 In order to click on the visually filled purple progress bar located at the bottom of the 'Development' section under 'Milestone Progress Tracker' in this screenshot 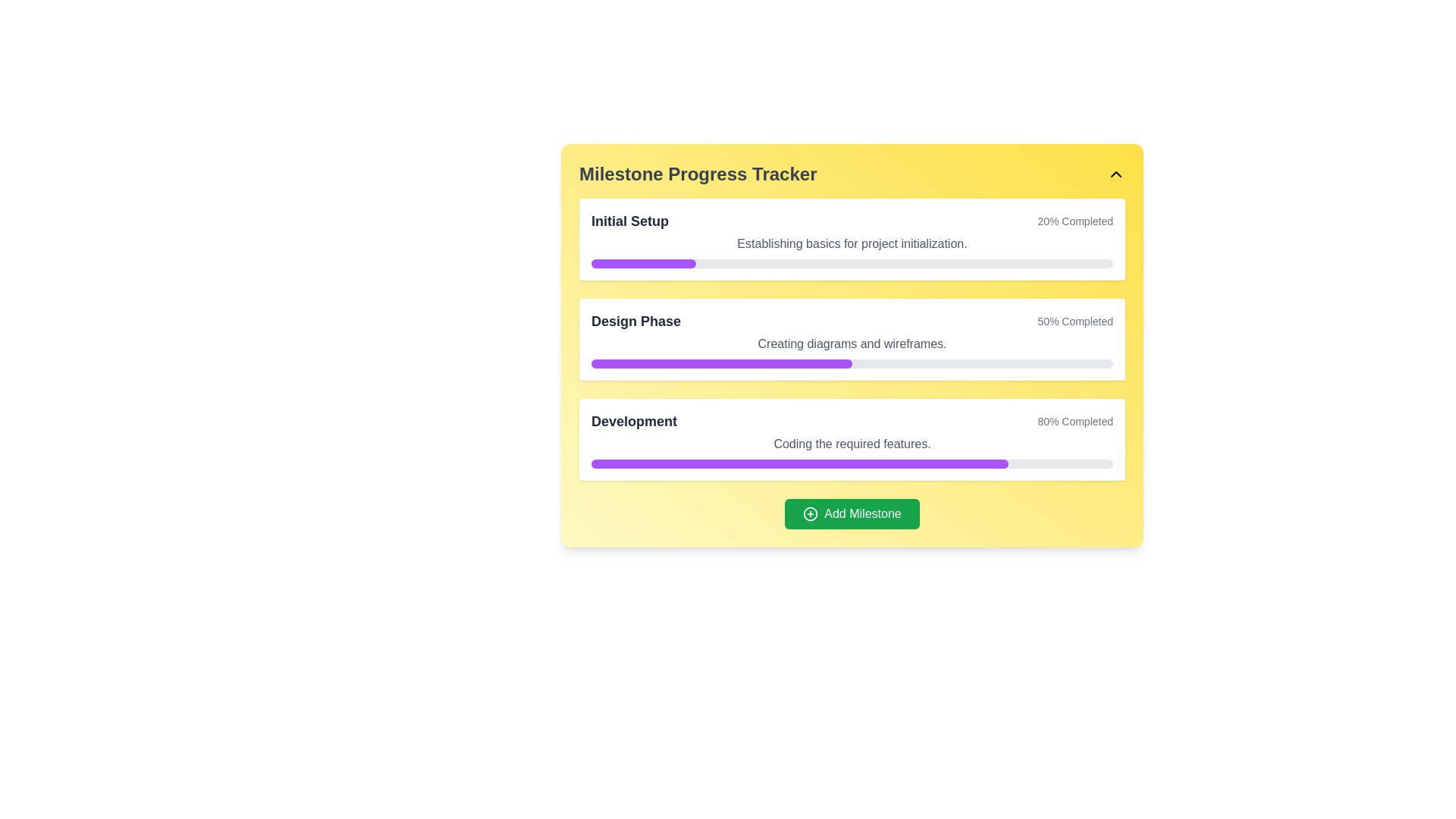, I will do `click(799, 463)`.